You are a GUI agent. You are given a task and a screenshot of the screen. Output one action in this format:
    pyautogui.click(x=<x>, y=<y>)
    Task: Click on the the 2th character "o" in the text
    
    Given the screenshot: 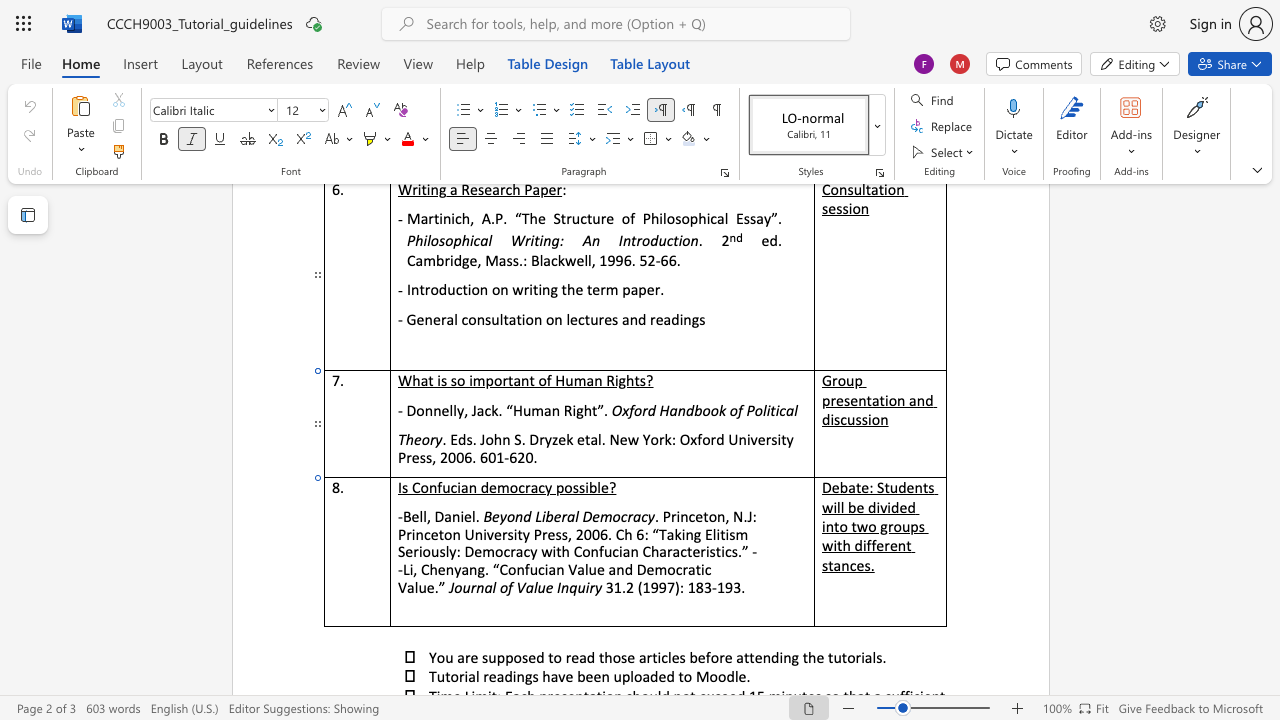 What is the action you would take?
    pyautogui.click(x=654, y=438)
    